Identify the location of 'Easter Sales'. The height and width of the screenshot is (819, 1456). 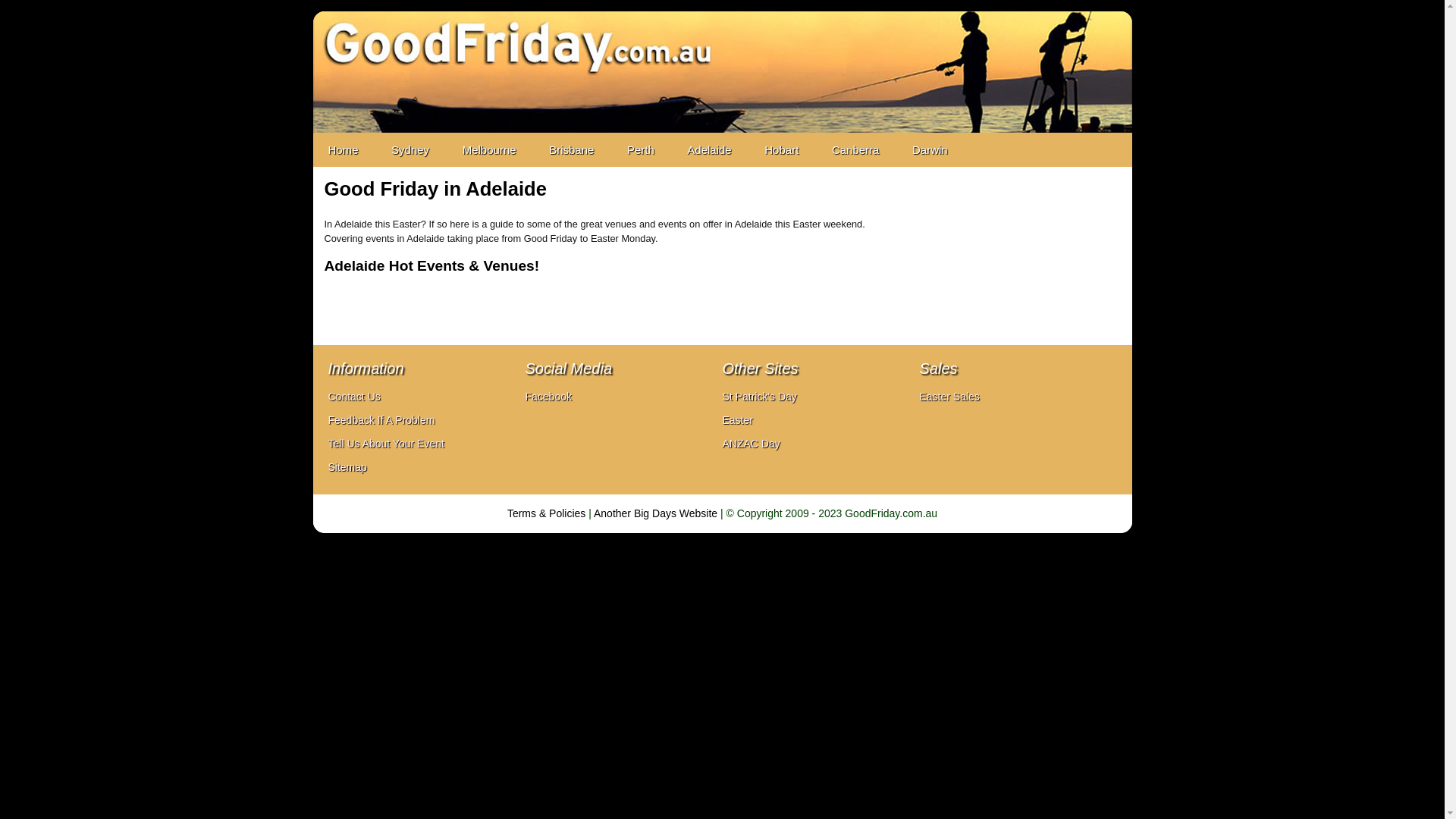
(948, 396).